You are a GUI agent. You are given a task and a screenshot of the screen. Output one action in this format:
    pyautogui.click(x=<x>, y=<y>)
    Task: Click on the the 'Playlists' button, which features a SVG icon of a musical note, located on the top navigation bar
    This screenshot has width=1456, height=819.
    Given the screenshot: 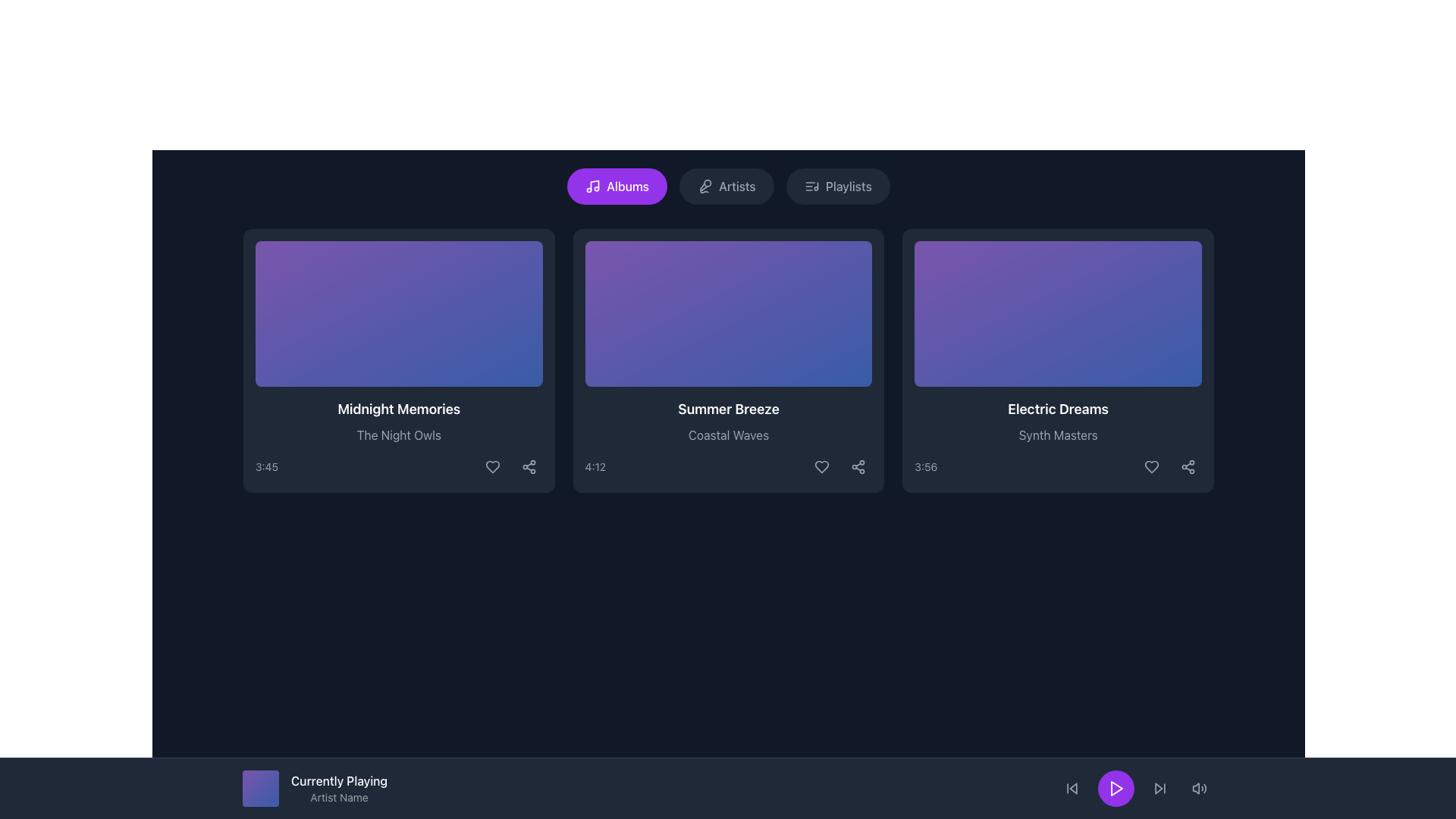 What is the action you would take?
    pyautogui.click(x=811, y=186)
    